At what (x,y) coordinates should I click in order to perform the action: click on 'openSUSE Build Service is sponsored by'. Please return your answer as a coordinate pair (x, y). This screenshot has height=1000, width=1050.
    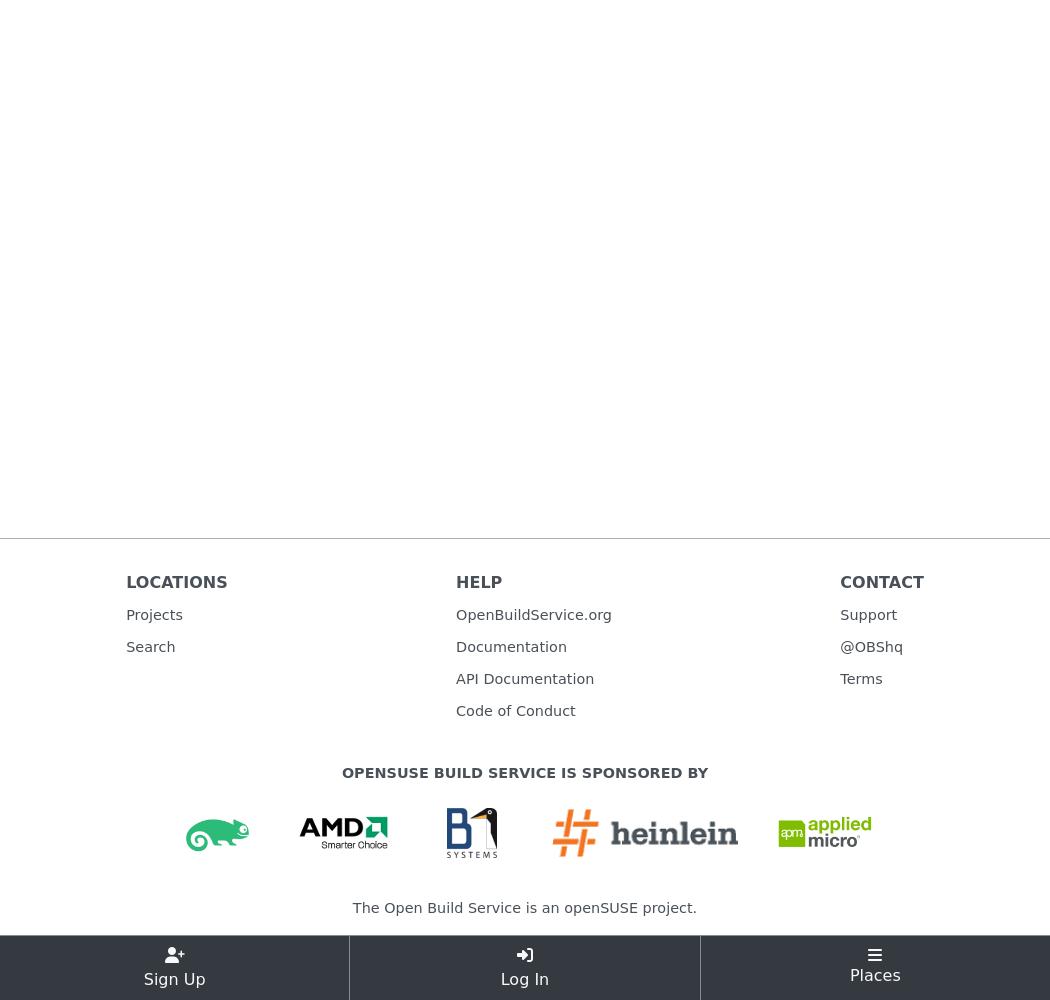
    Looking at the image, I should click on (340, 772).